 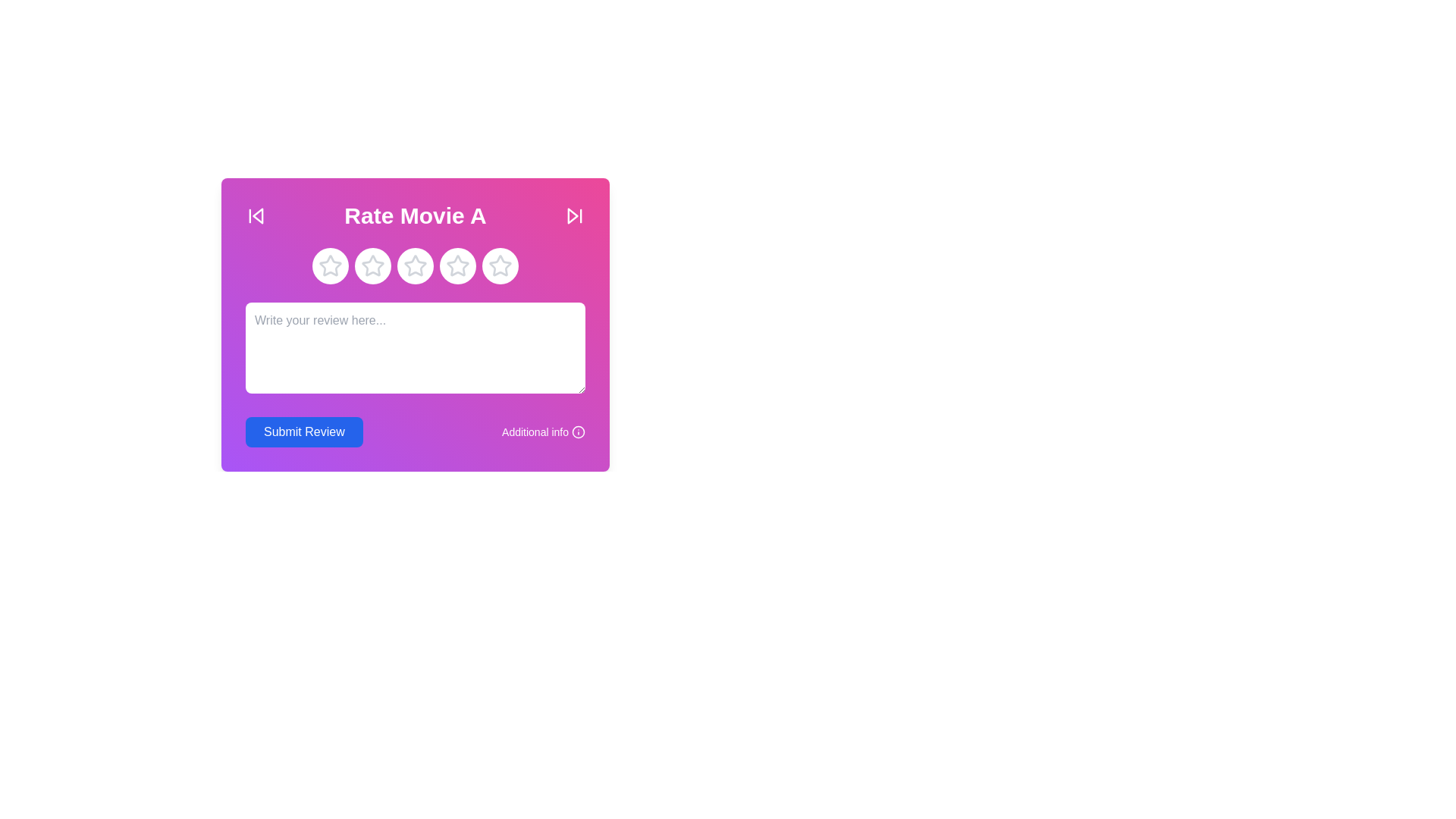 I want to click on the third star in the row of five rating stars, which has a light gray outline and is set against a purple-pink gradient background, so click(x=457, y=265).